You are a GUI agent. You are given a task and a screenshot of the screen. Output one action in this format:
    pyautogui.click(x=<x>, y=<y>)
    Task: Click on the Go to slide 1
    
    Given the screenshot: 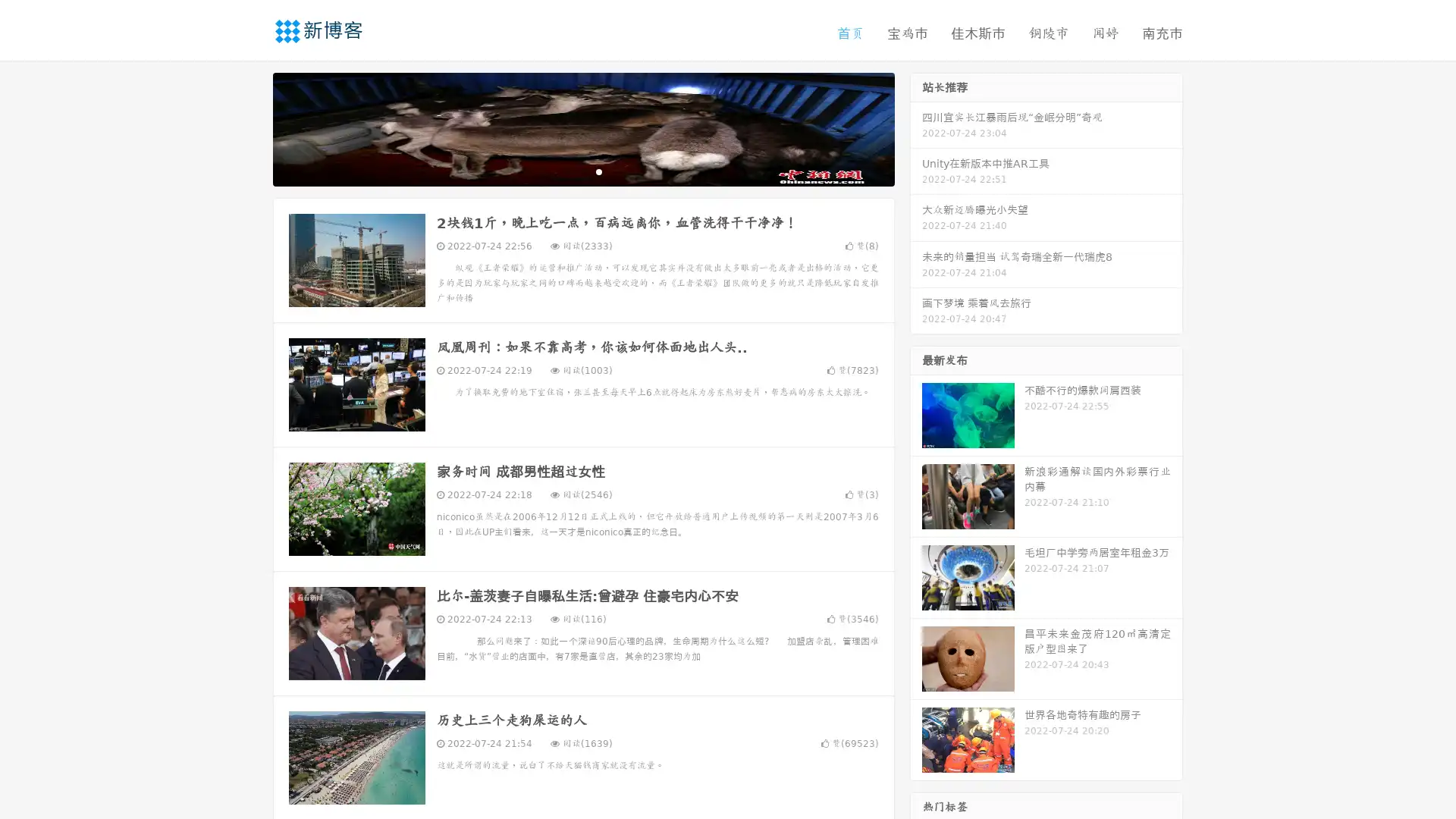 What is the action you would take?
    pyautogui.click(x=567, y=171)
    